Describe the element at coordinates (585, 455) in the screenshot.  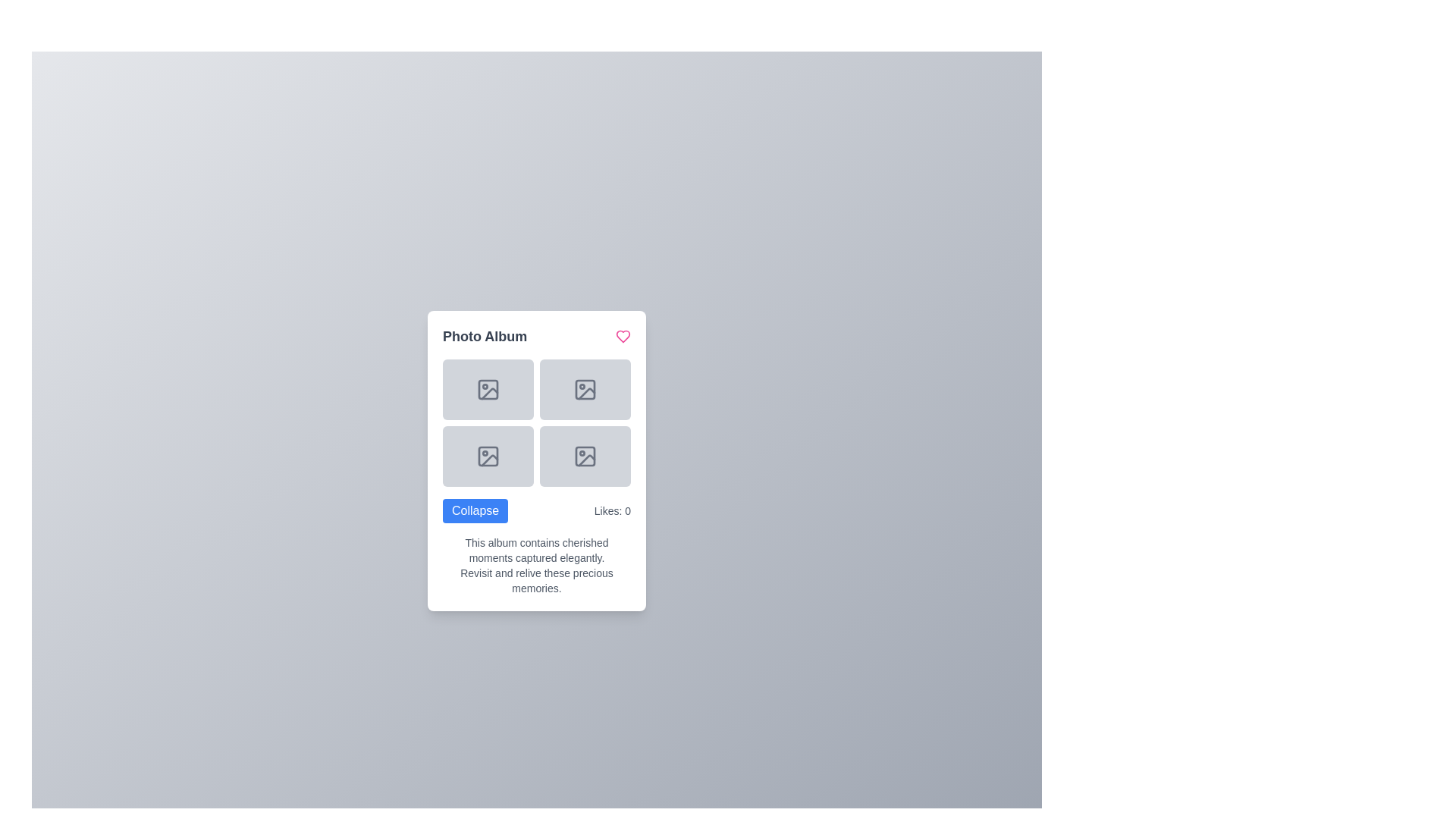
I see `the graphic placeholder rectangle with rounded corners in the lower-right cell of the grid in the 'Photo Album' component` at that location.